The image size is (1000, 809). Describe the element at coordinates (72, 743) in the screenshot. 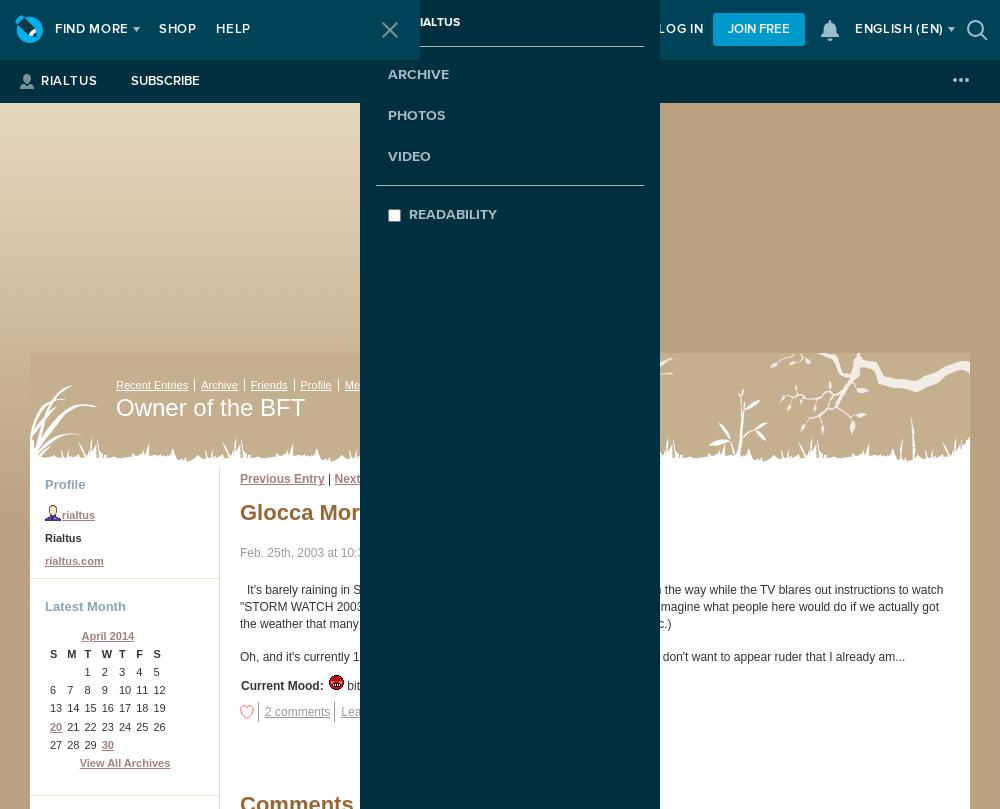

I see `'28'` at that location.